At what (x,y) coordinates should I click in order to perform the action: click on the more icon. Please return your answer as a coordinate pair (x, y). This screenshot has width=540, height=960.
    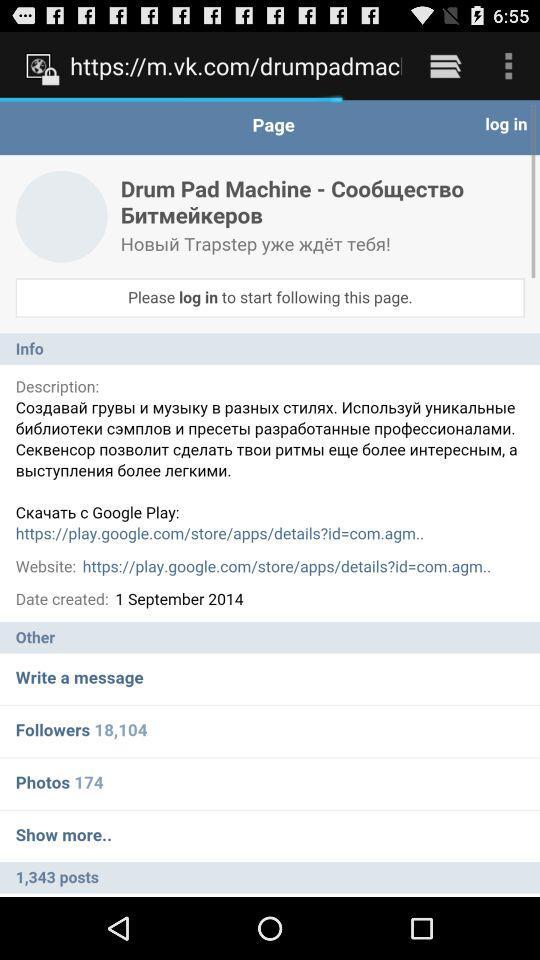
    Looking at the image, I should click on (508, 70).